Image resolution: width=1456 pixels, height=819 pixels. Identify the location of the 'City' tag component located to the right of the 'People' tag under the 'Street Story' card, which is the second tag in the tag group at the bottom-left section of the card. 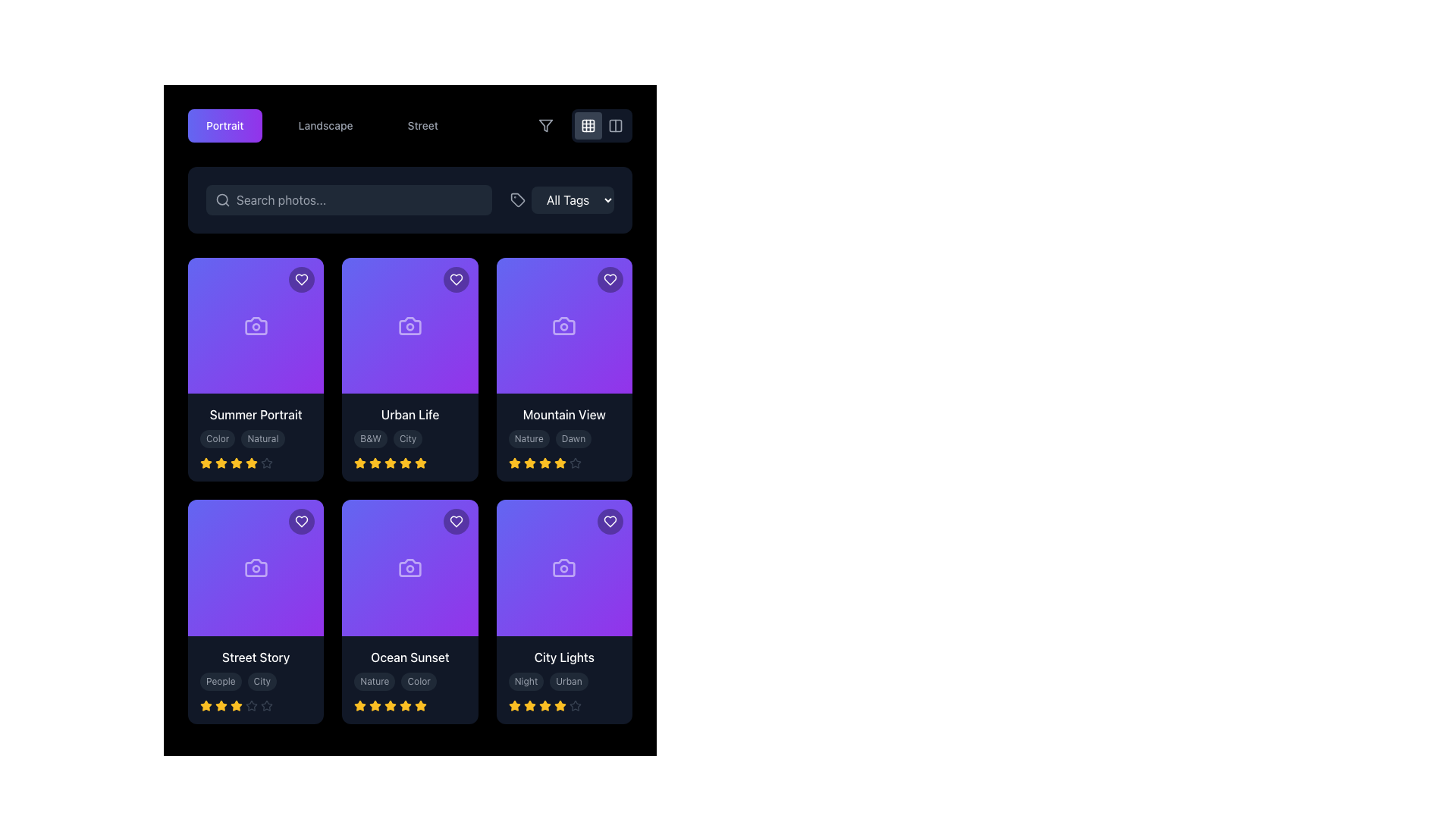
(256, 680).